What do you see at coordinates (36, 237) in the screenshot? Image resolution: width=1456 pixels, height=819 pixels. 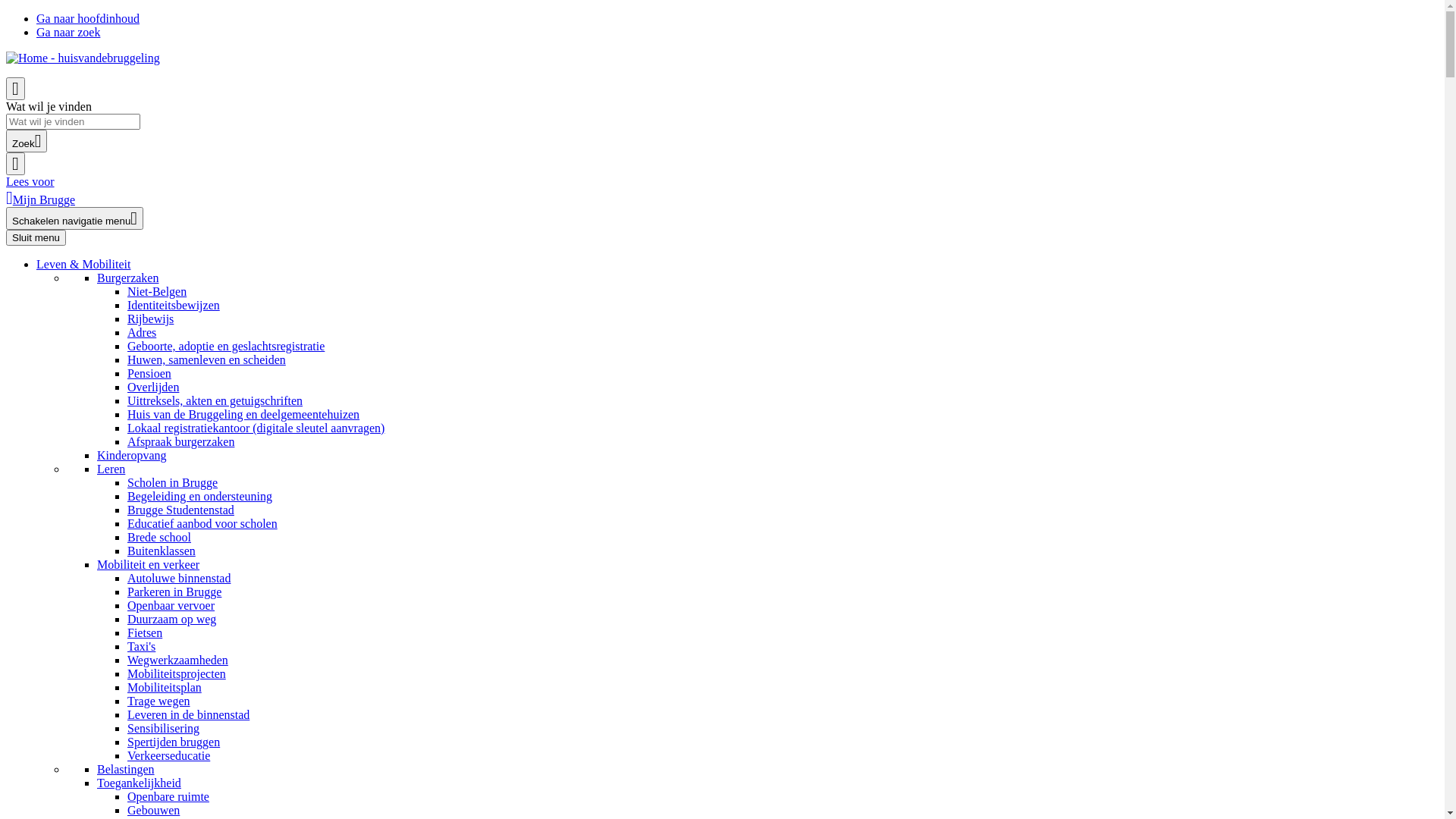 I see `'Sluit menu'` at bounding box center [36, 237].